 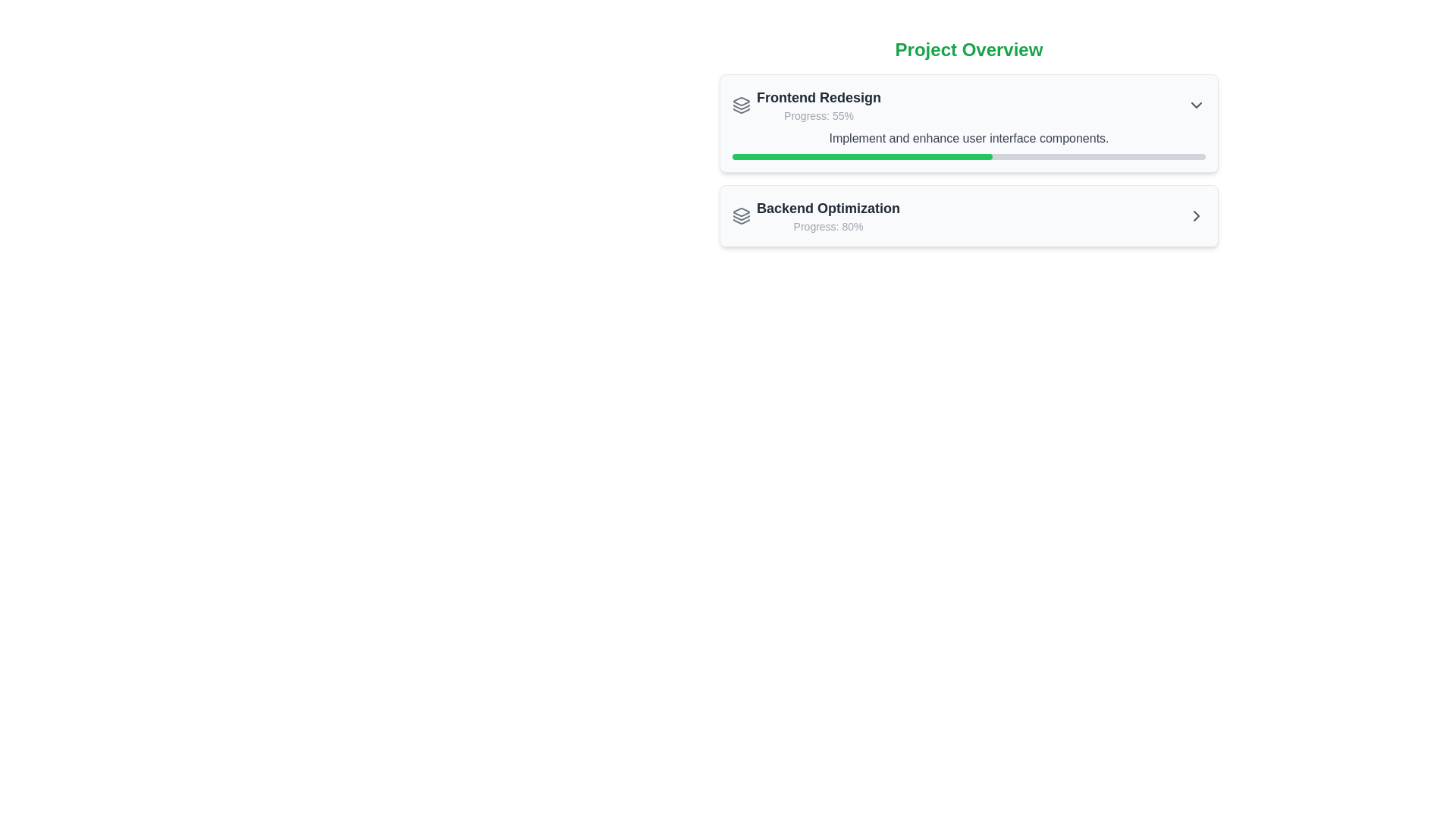 I want to click on the chevron icon button located at the far-right end of the 'Backend Optimization' section, so click(x=1196, y=216).